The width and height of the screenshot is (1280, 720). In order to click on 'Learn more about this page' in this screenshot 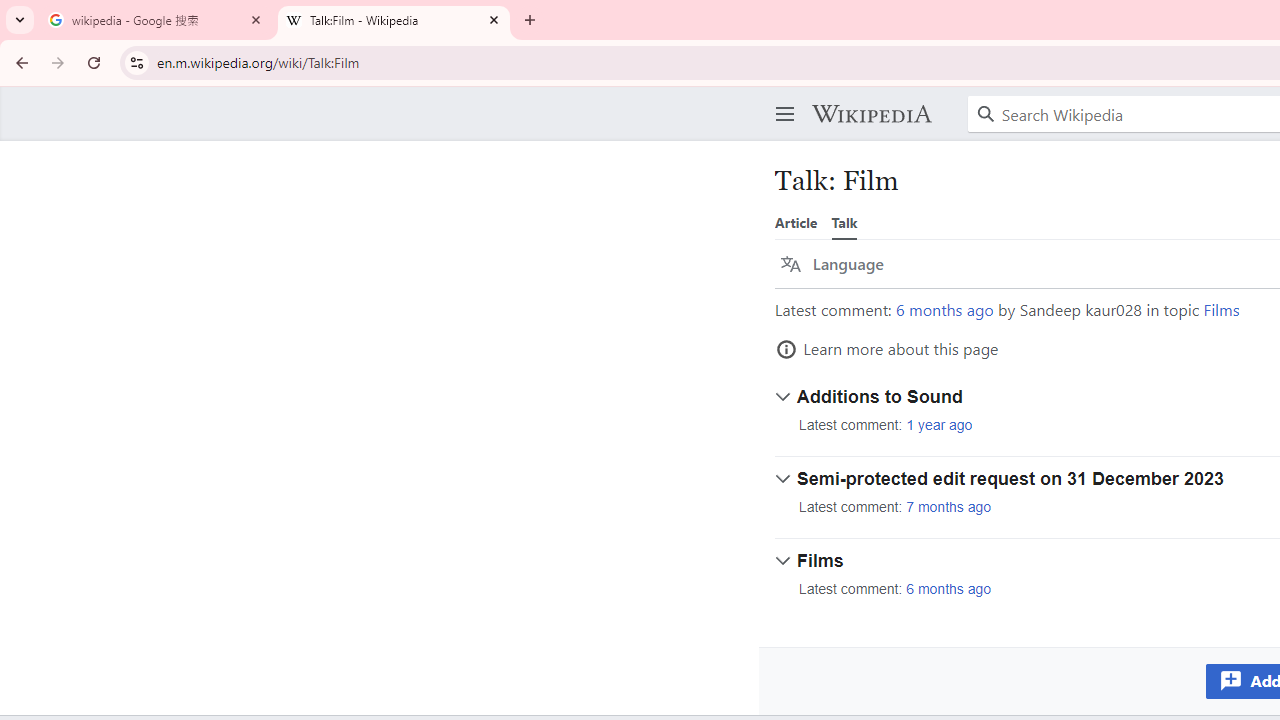, I will do `click(886, 348)`.